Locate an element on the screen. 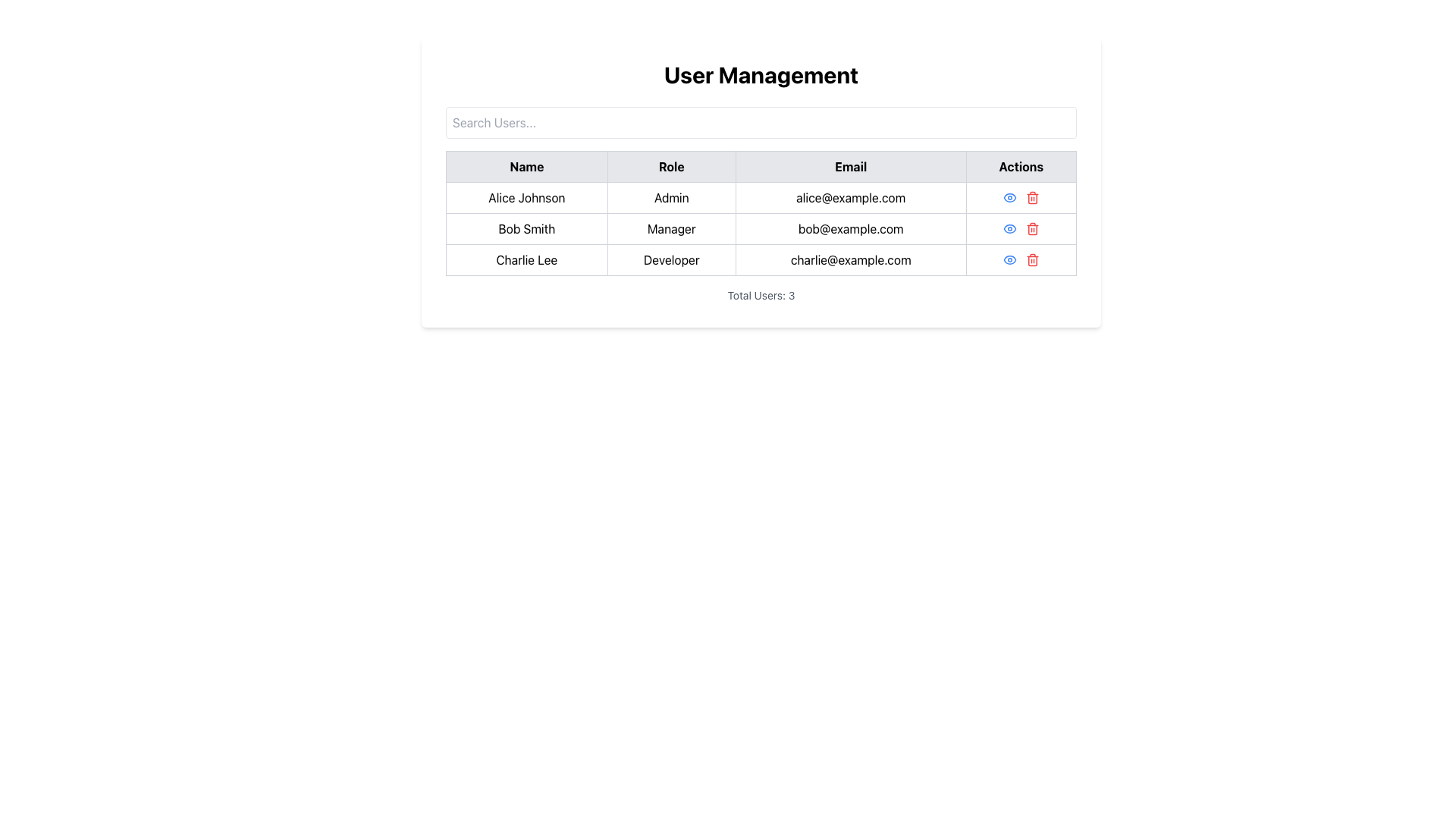  the 'Manager' text label located in the second row and second column of the data table under the 'Role' column, which is styled with a border and padding is located at coordinates (670, 228).